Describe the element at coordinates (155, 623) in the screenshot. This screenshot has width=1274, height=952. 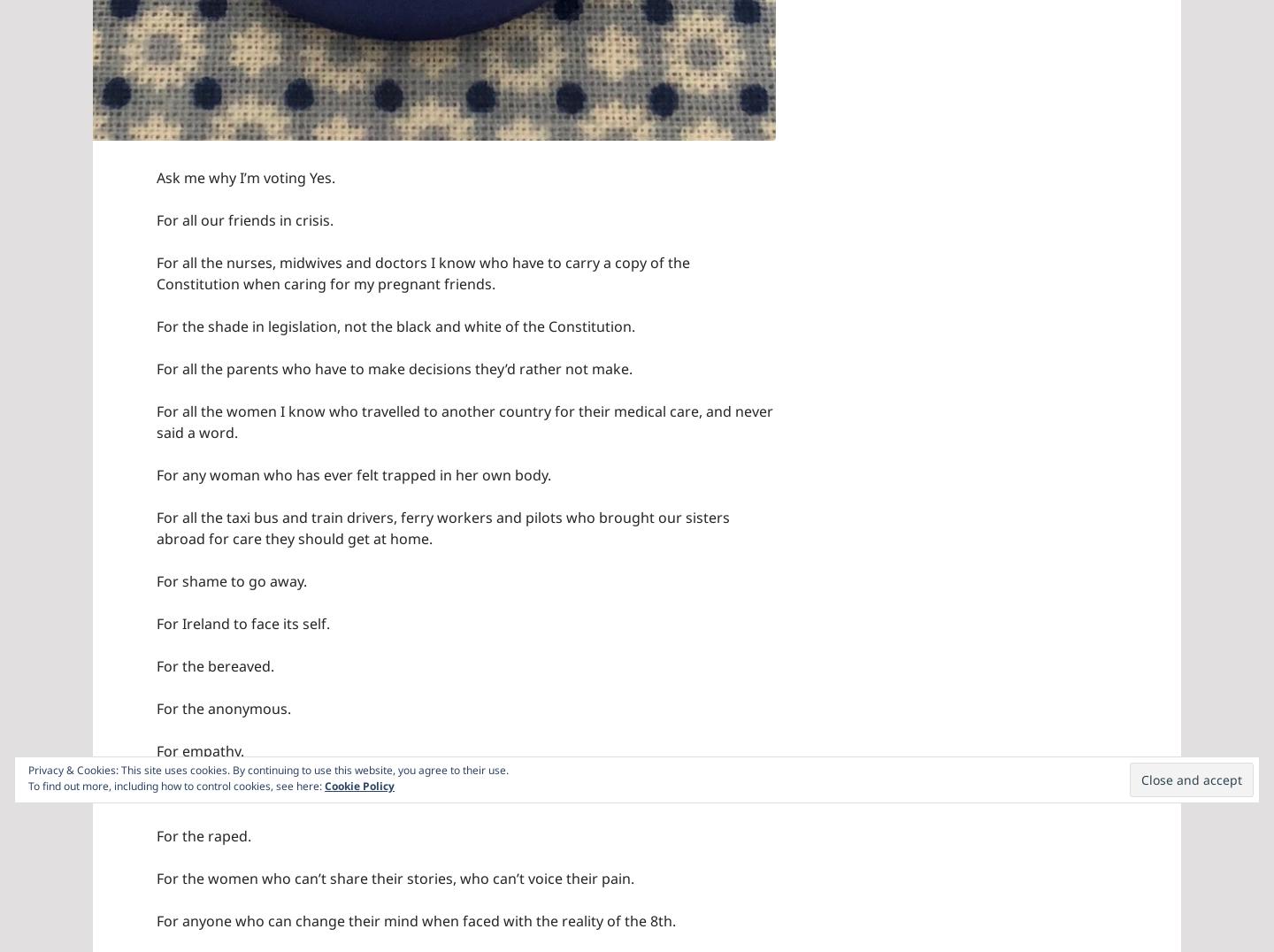
I see `'For Ireland to face its self.'` at that location.